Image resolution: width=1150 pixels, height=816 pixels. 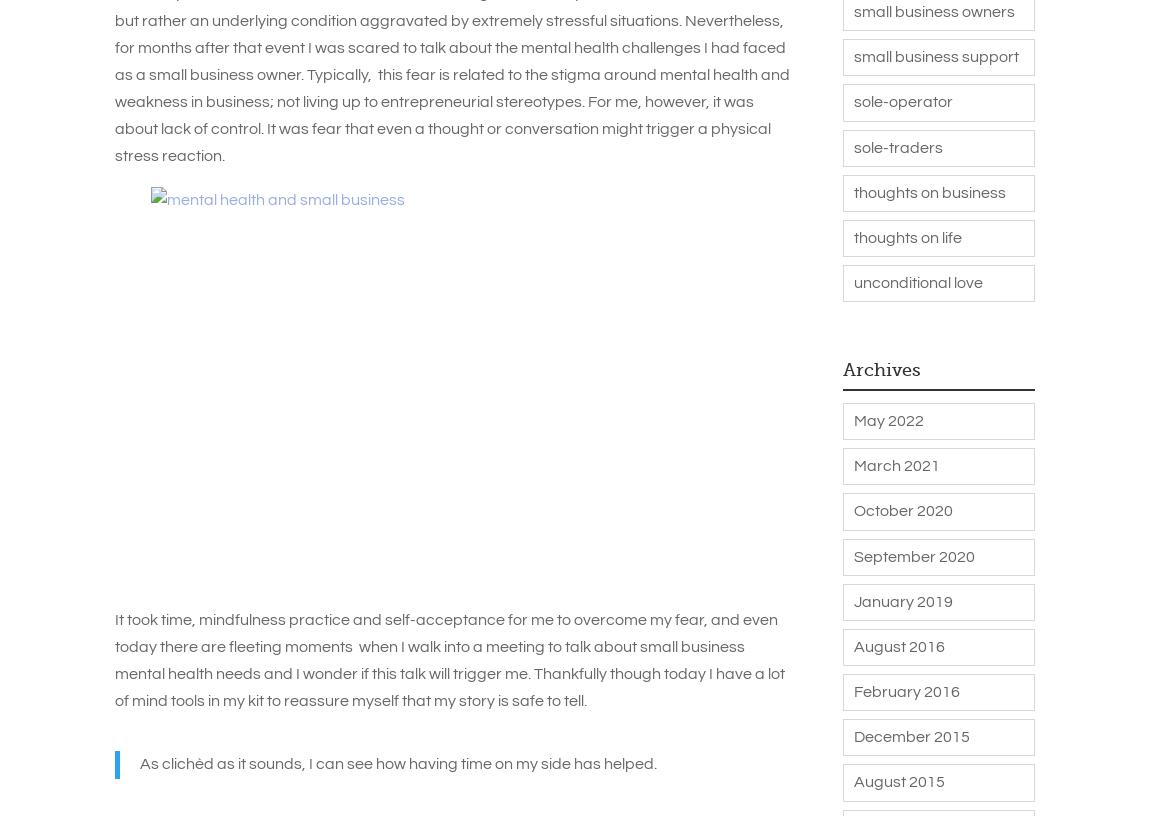 What do you see at coordinates (902, 600) in the screenshot?
I see `'January 2019'` at bounding box center [902, 600].